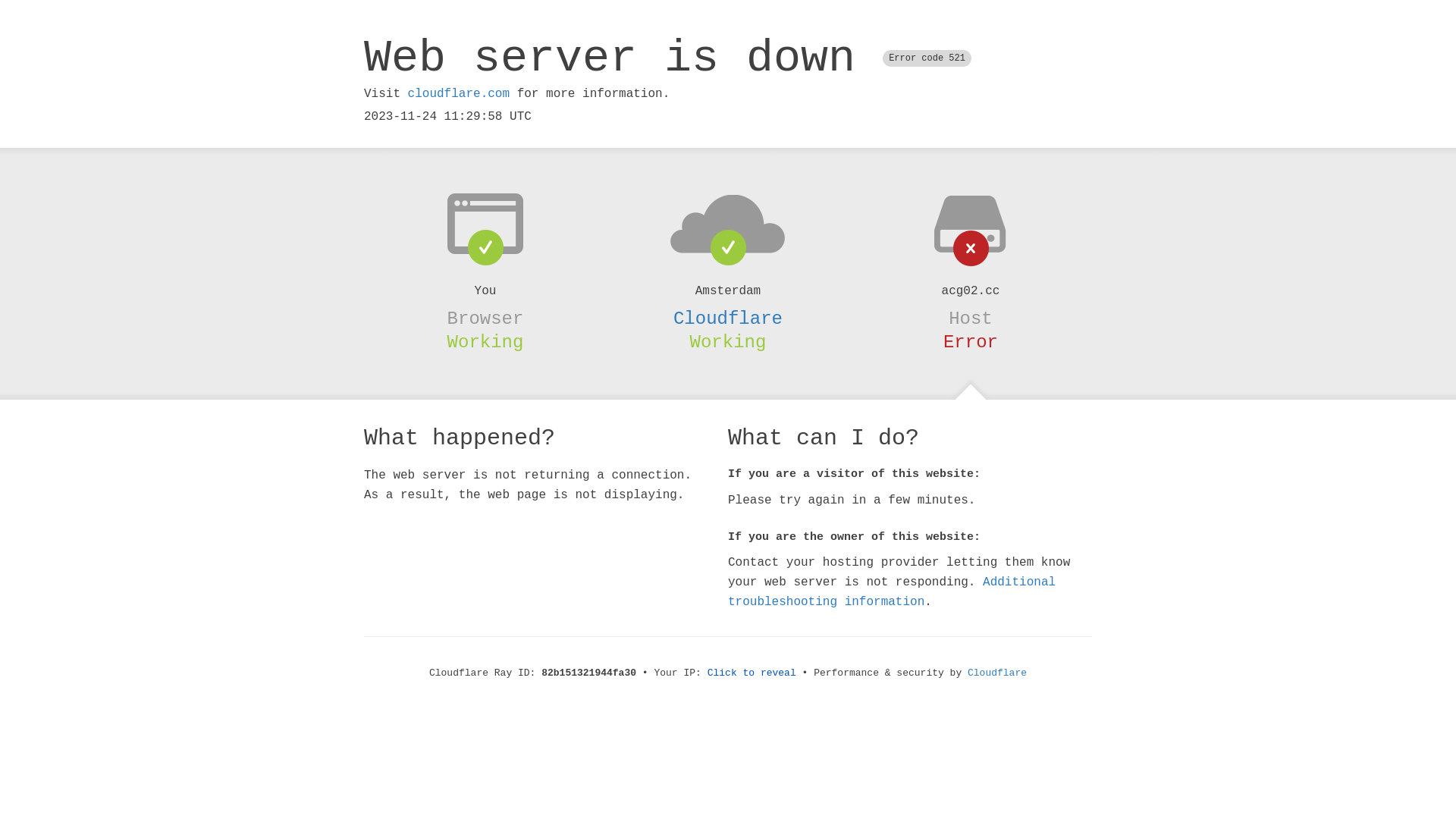  Describe the element at coordinates (752, 672) in the screenshot. I see `'Click to reveal'` at that location.